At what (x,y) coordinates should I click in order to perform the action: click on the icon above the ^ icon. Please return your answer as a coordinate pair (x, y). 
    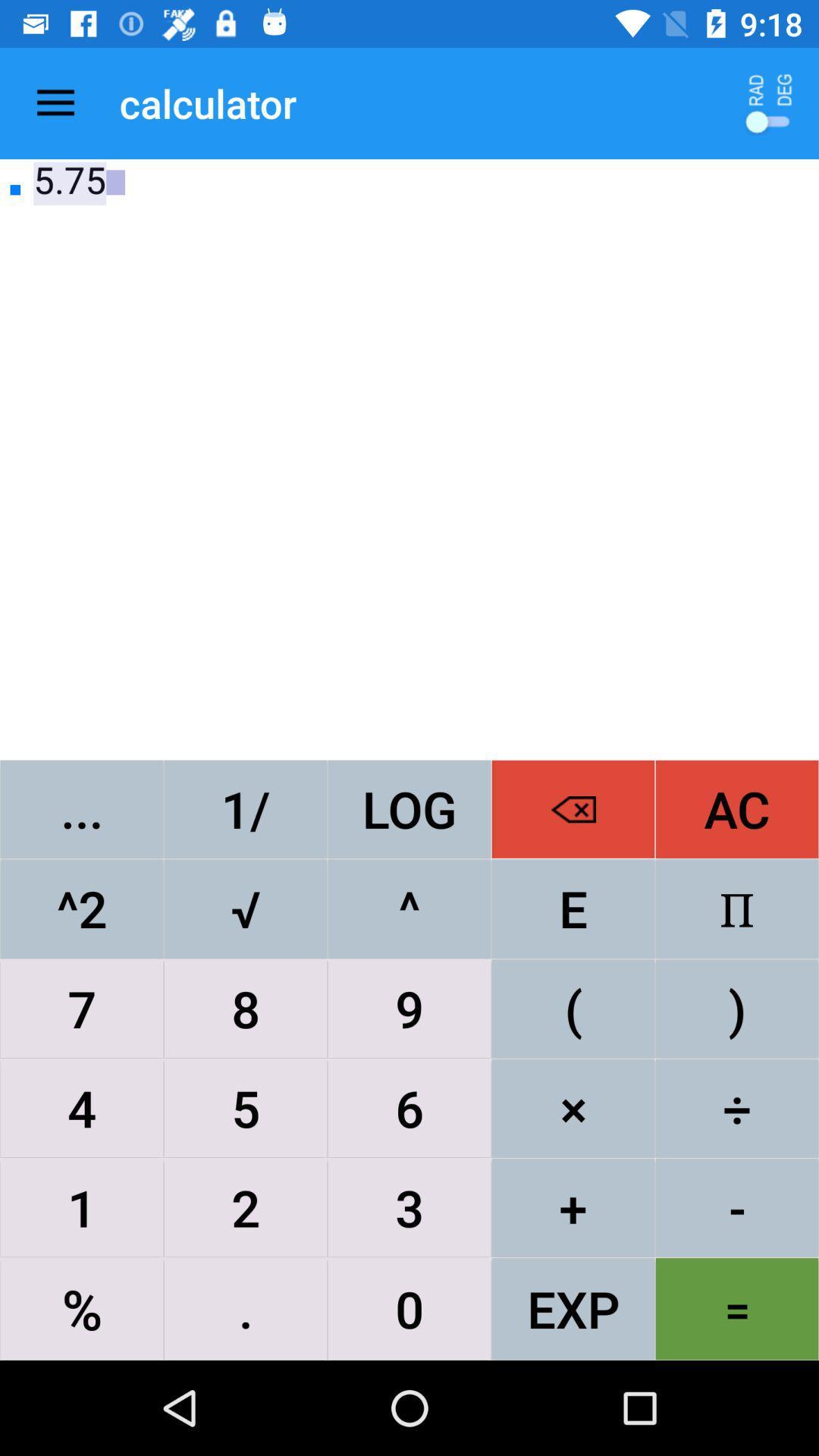
    Looking at the image, I should click on (573, 808).